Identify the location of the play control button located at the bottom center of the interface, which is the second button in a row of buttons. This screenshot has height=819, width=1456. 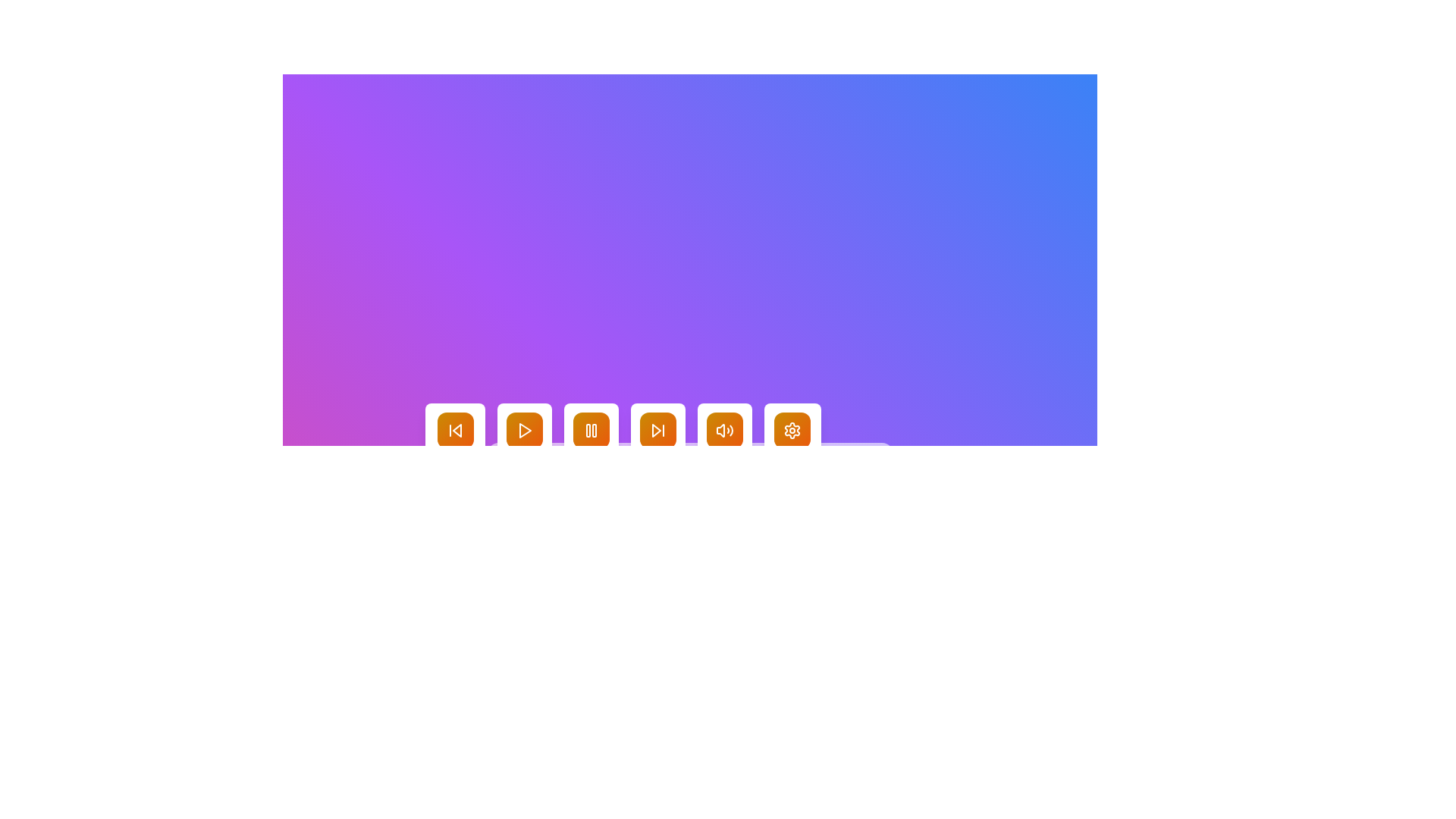
(524, 430).